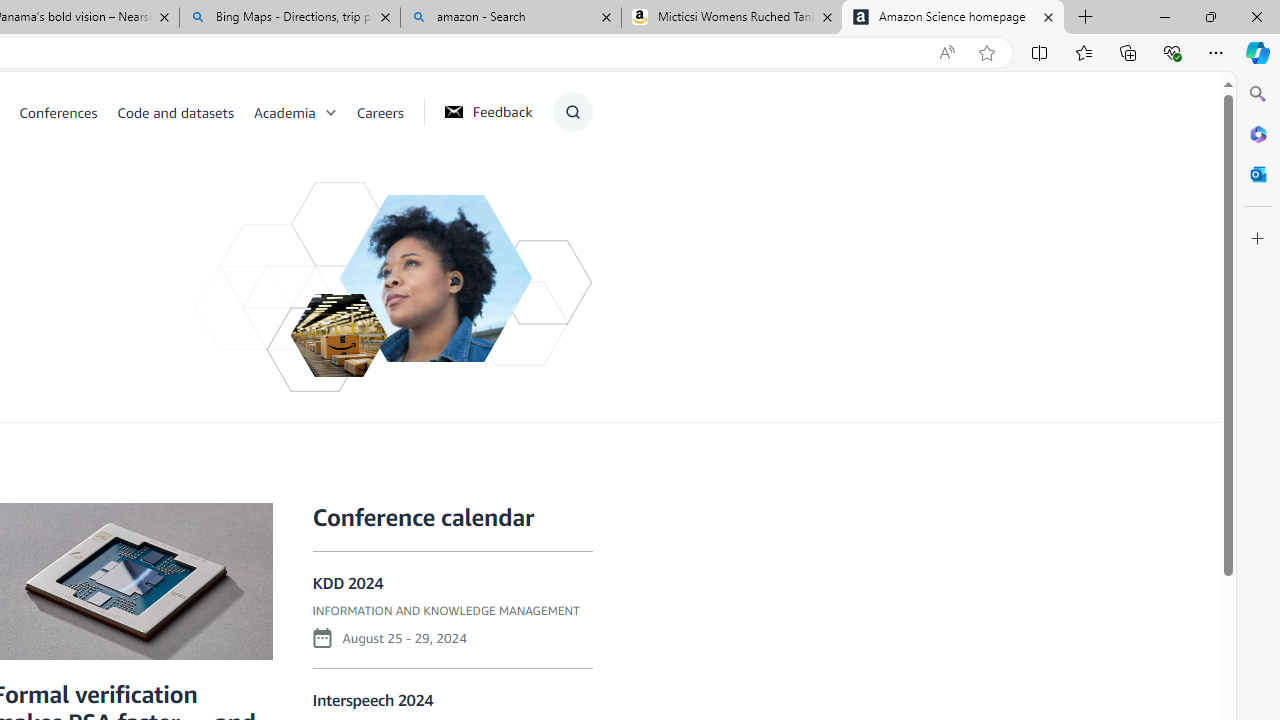 This screenshot has width=1280, height=720. I want to click on 'Code and datasets', so click(184, 111).